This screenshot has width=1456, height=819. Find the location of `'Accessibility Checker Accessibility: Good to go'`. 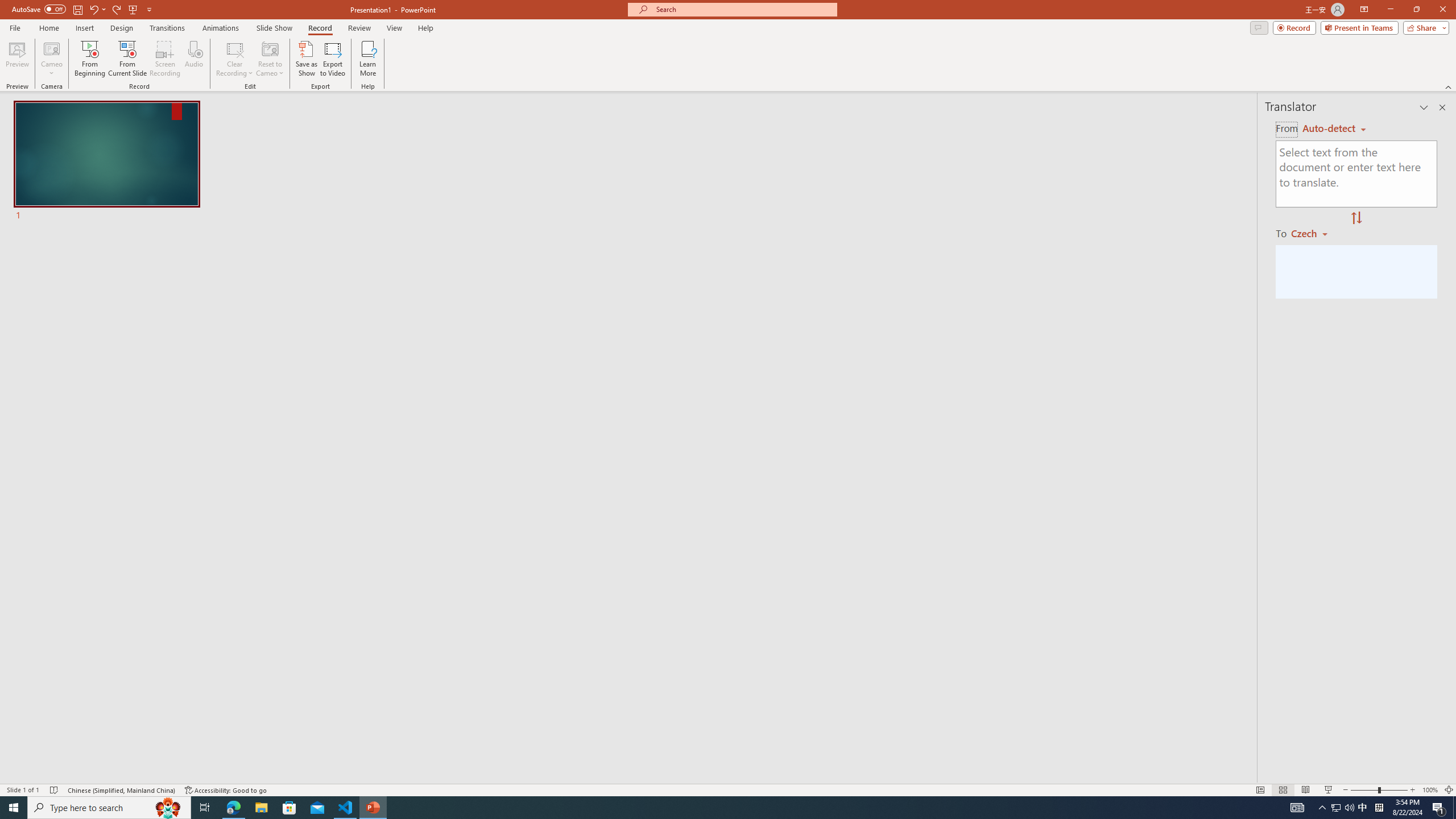

'Accessibility Checker Accessibility: Good to go' is located at coordinates (226, 790).